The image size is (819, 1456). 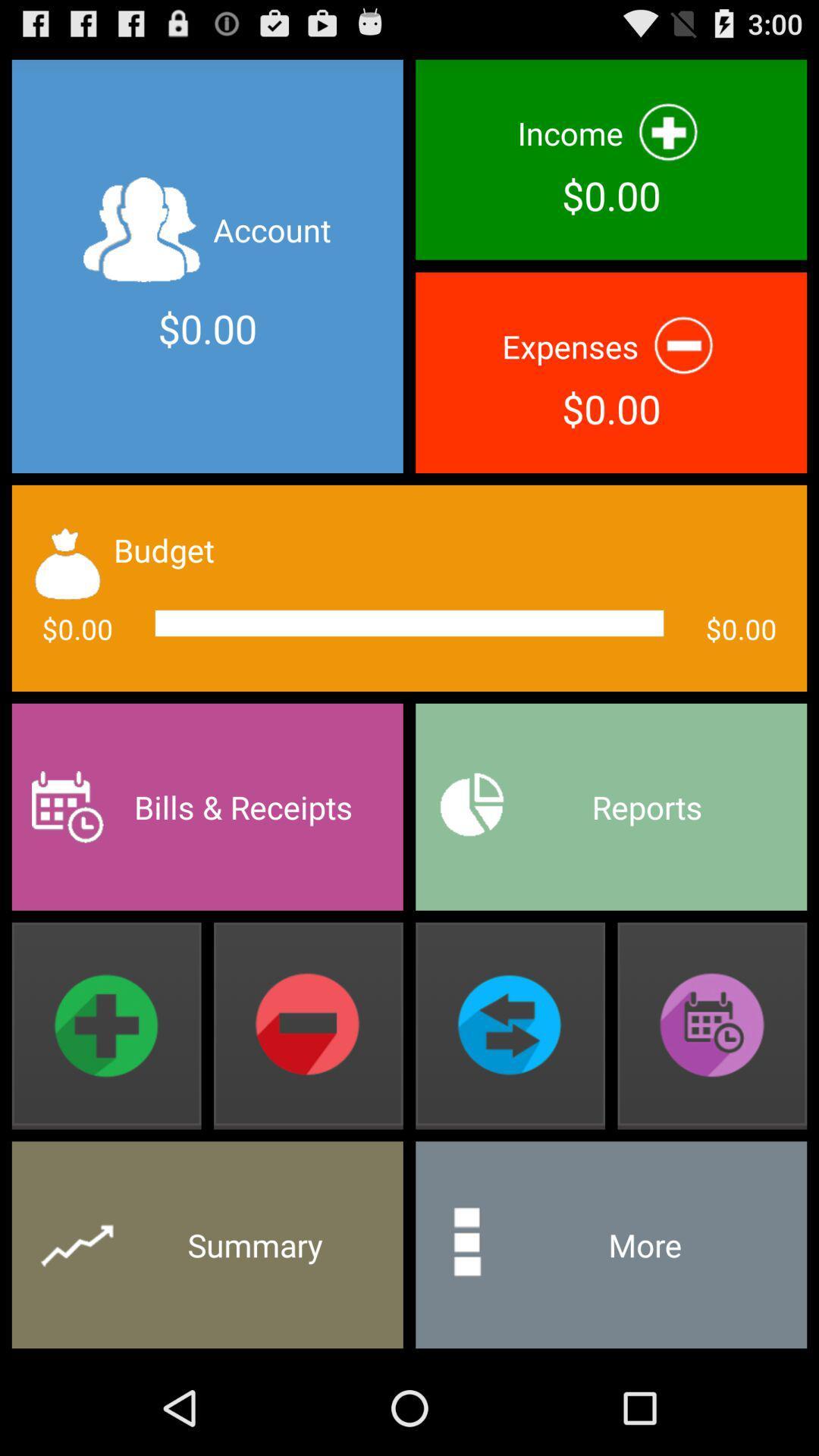 I want to click on the reports app, so click(x=610, y=806).